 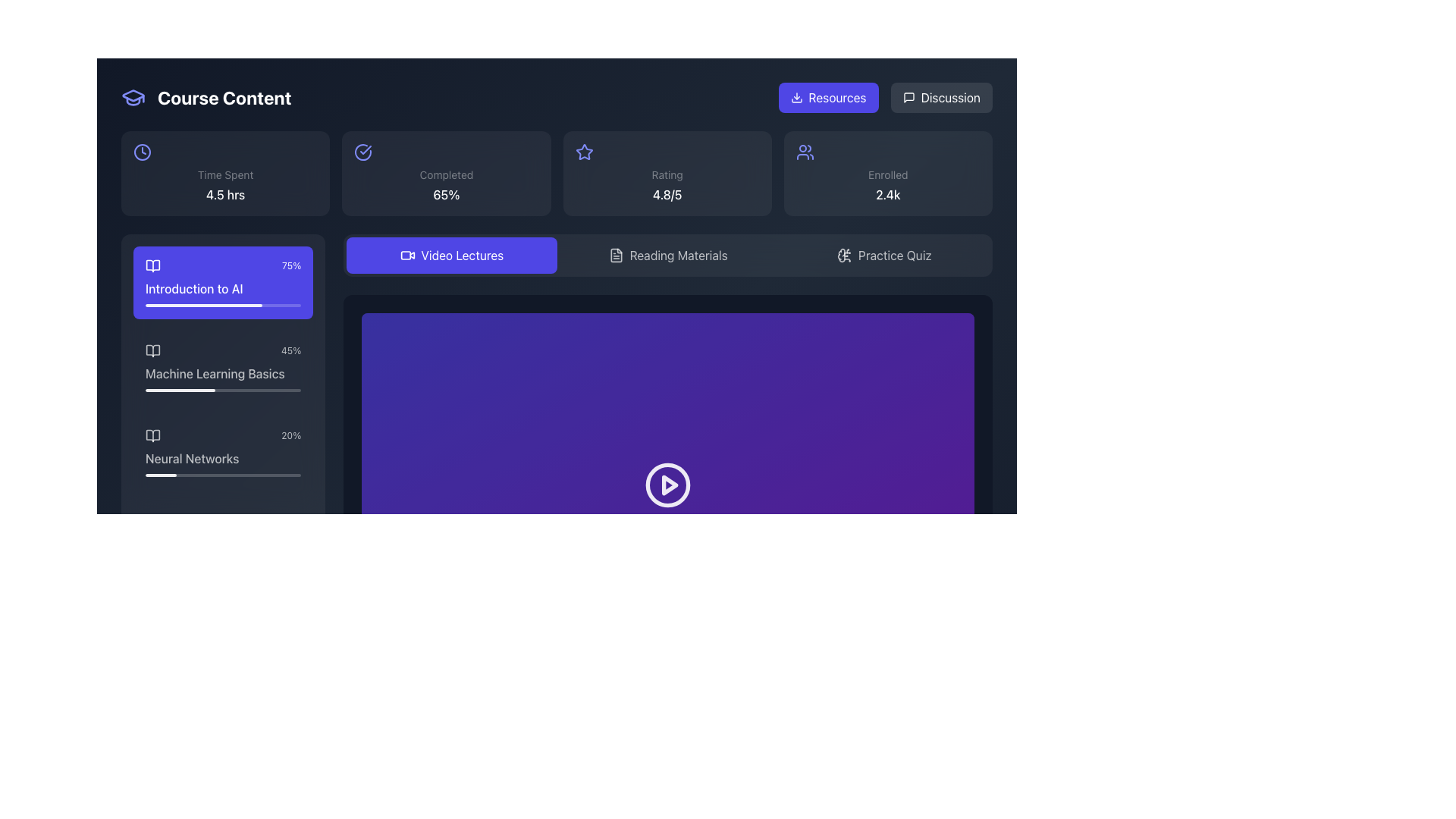 What do you see at coordinates (667, 174) in the screenshot?
I see `the 'Rating' text label, which is styled in light gray and positioned below the star icon in the rating section of the dashboard interface` at bounding box center [667, 174].